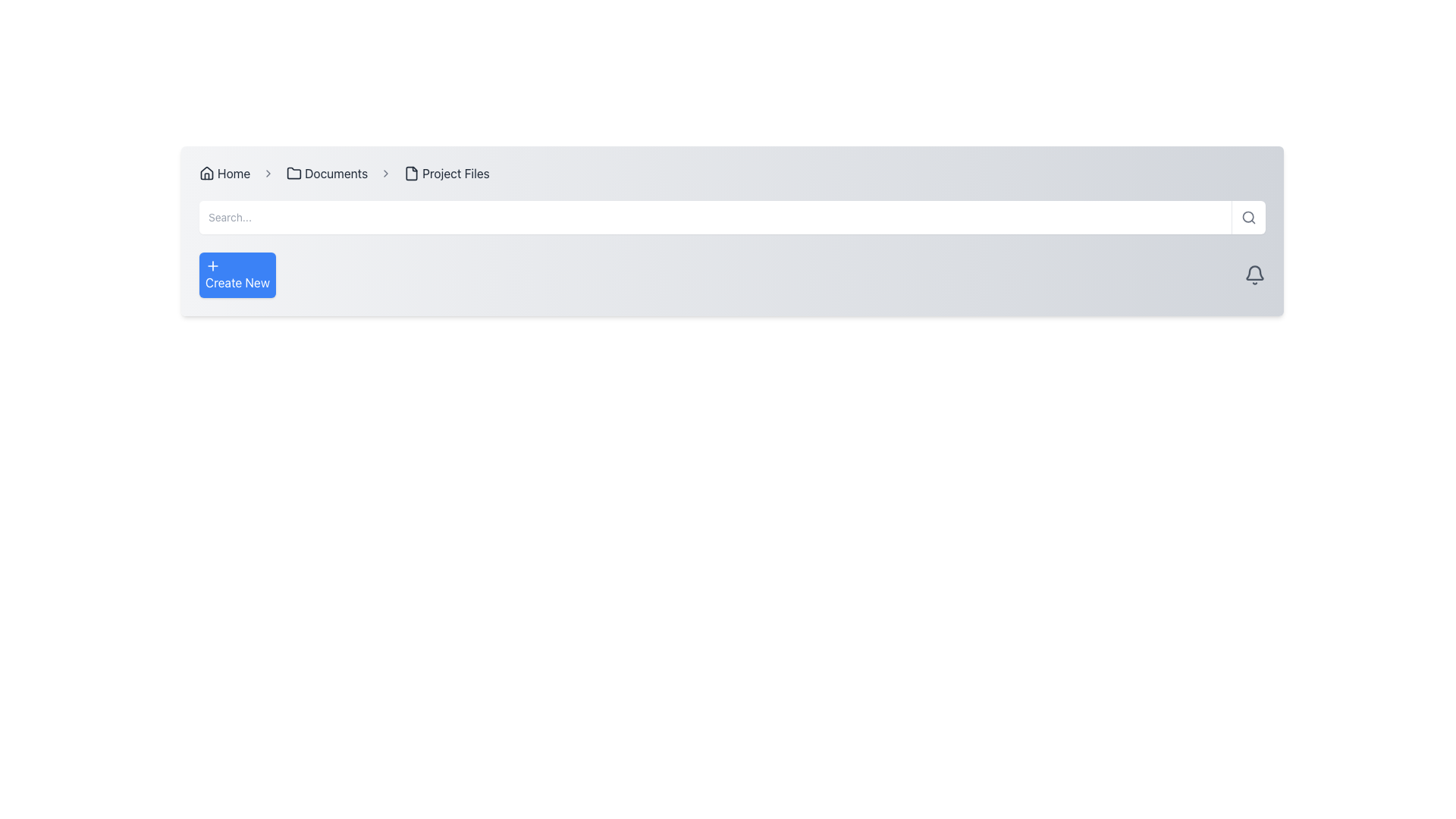 The height and width of the screenshot is (819, 1456). Describe the element at coordinates (732, 172) in the screenshot. I see `the Breadcrumb navigation bar at the center point` at that location.